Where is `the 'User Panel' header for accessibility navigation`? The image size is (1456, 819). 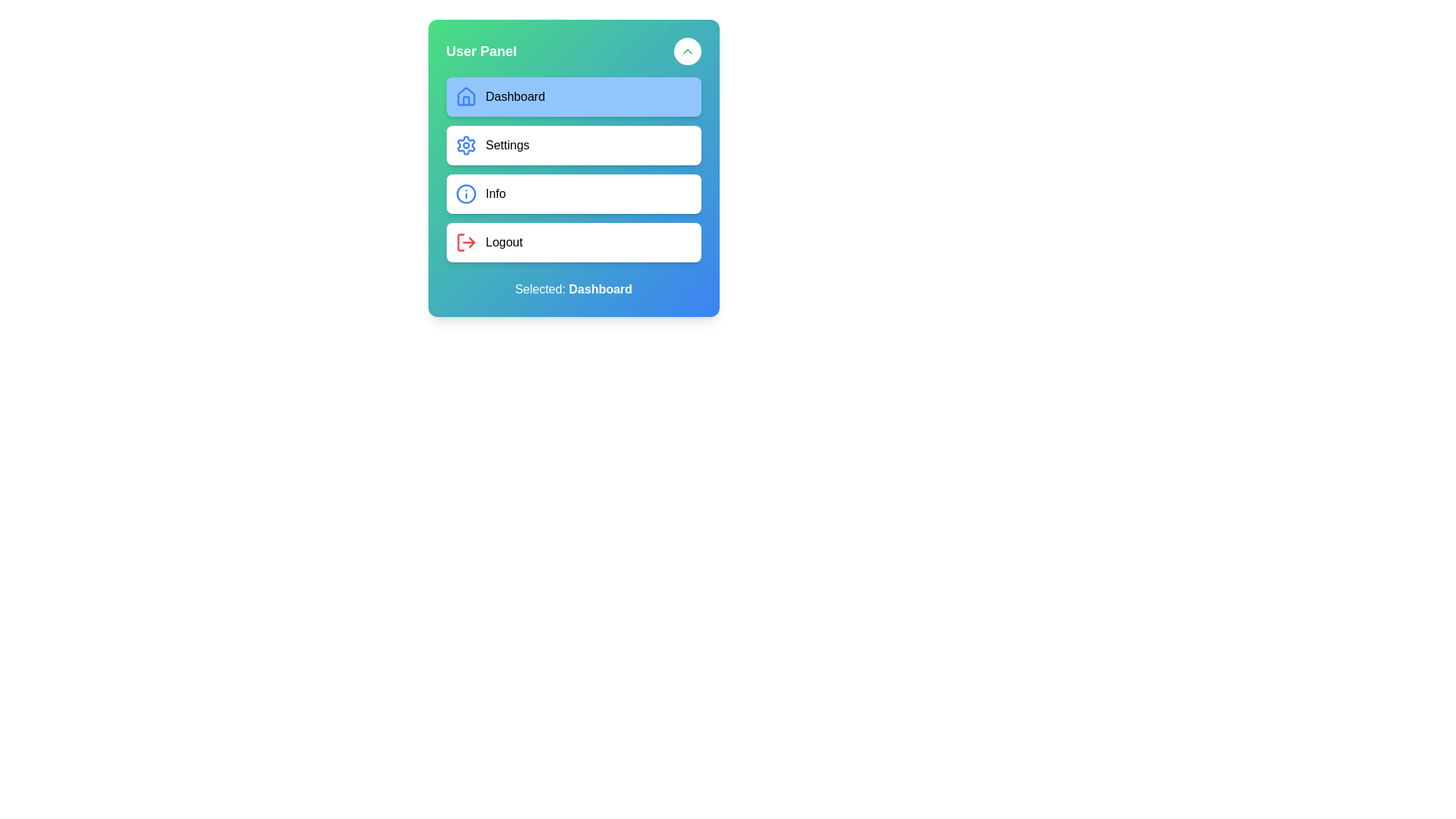
the 'User Panel' header for accessibility navigation is located at coordinates (573, 51).